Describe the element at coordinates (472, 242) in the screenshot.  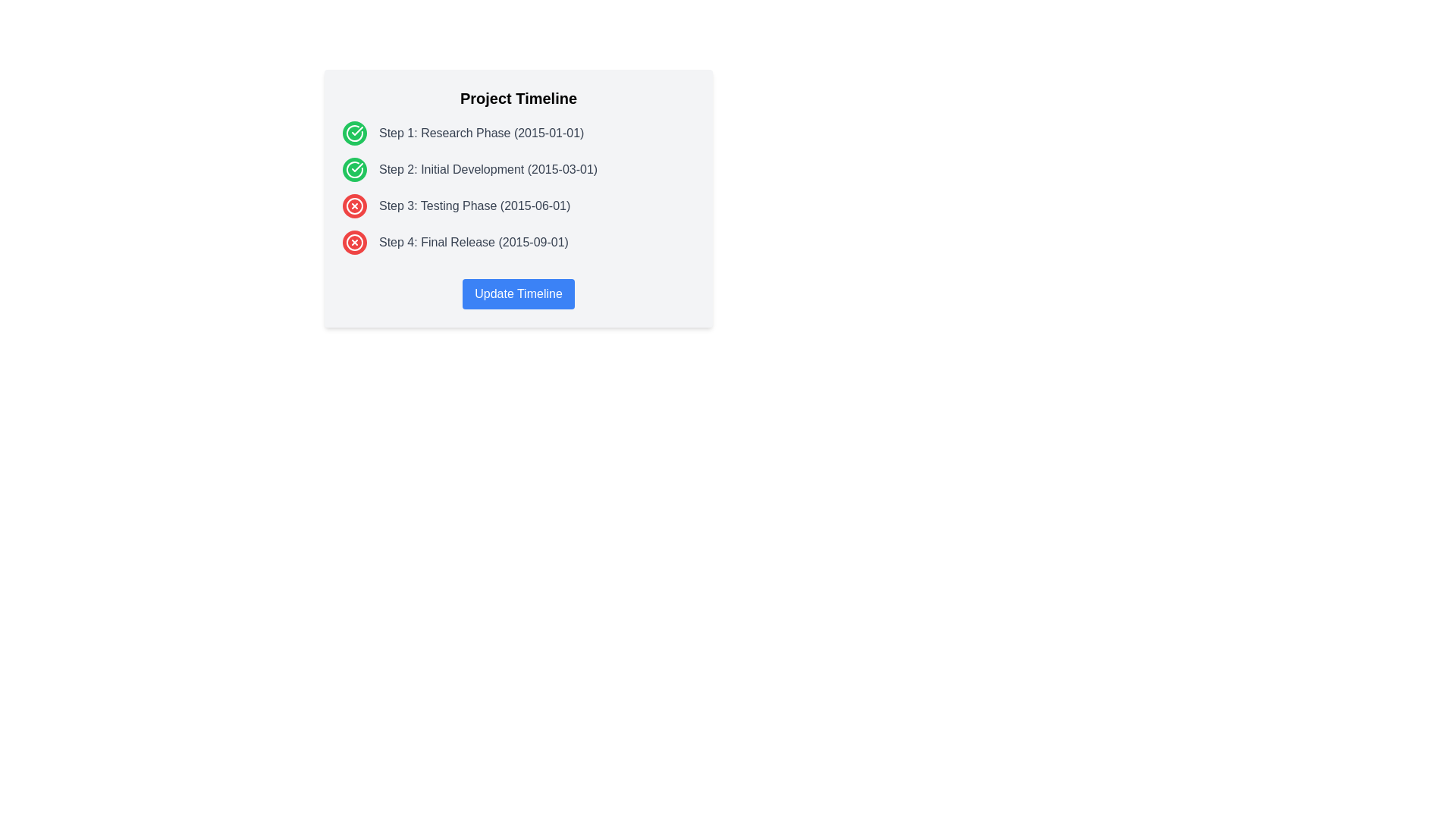
I see `the Text Label that describes the fourth step in the project timeline, located below 'Step 3: Testing Phase (2015-06-01)'` at that location.